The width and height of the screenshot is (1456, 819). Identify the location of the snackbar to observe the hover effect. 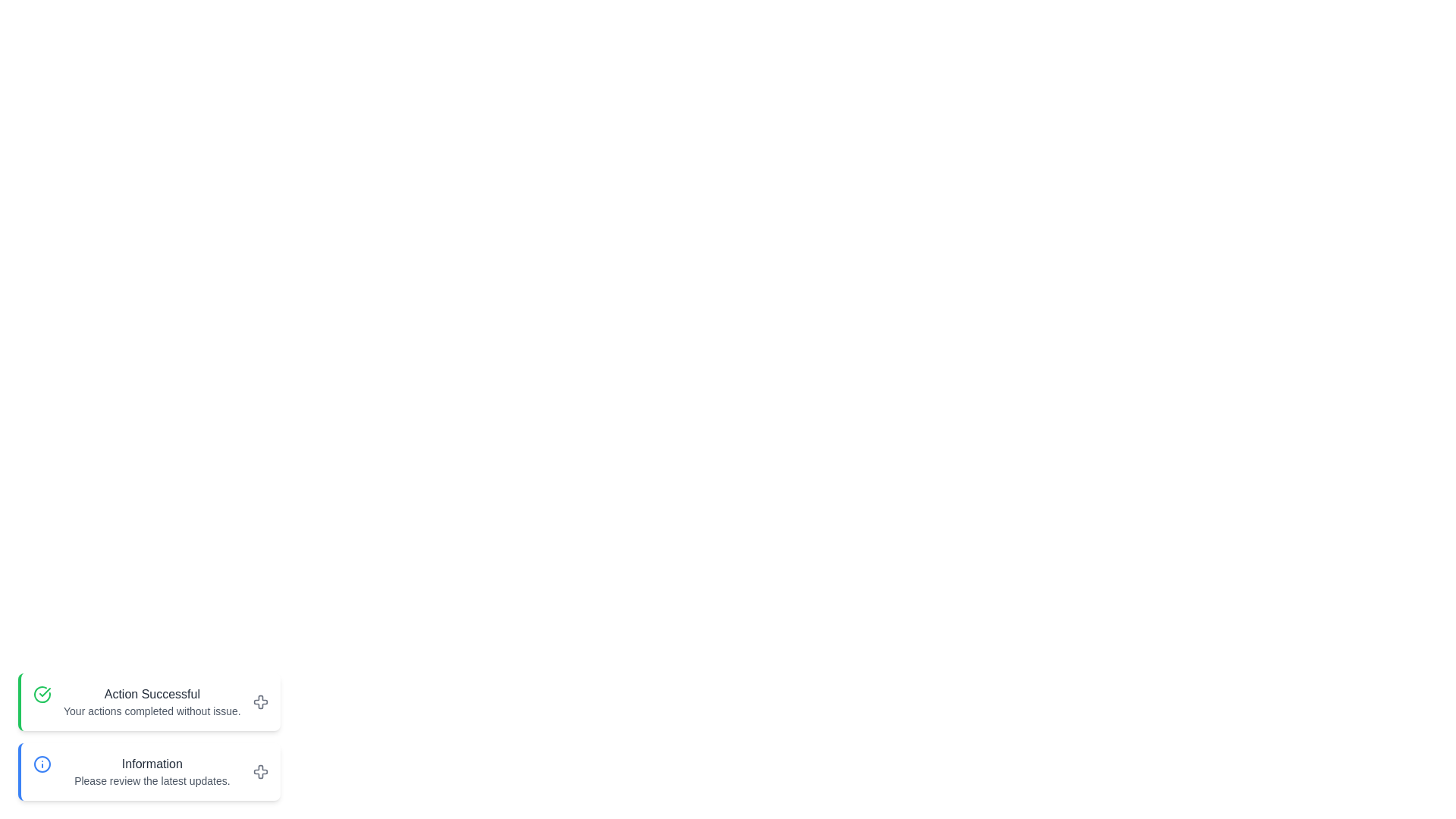
(149, 701).